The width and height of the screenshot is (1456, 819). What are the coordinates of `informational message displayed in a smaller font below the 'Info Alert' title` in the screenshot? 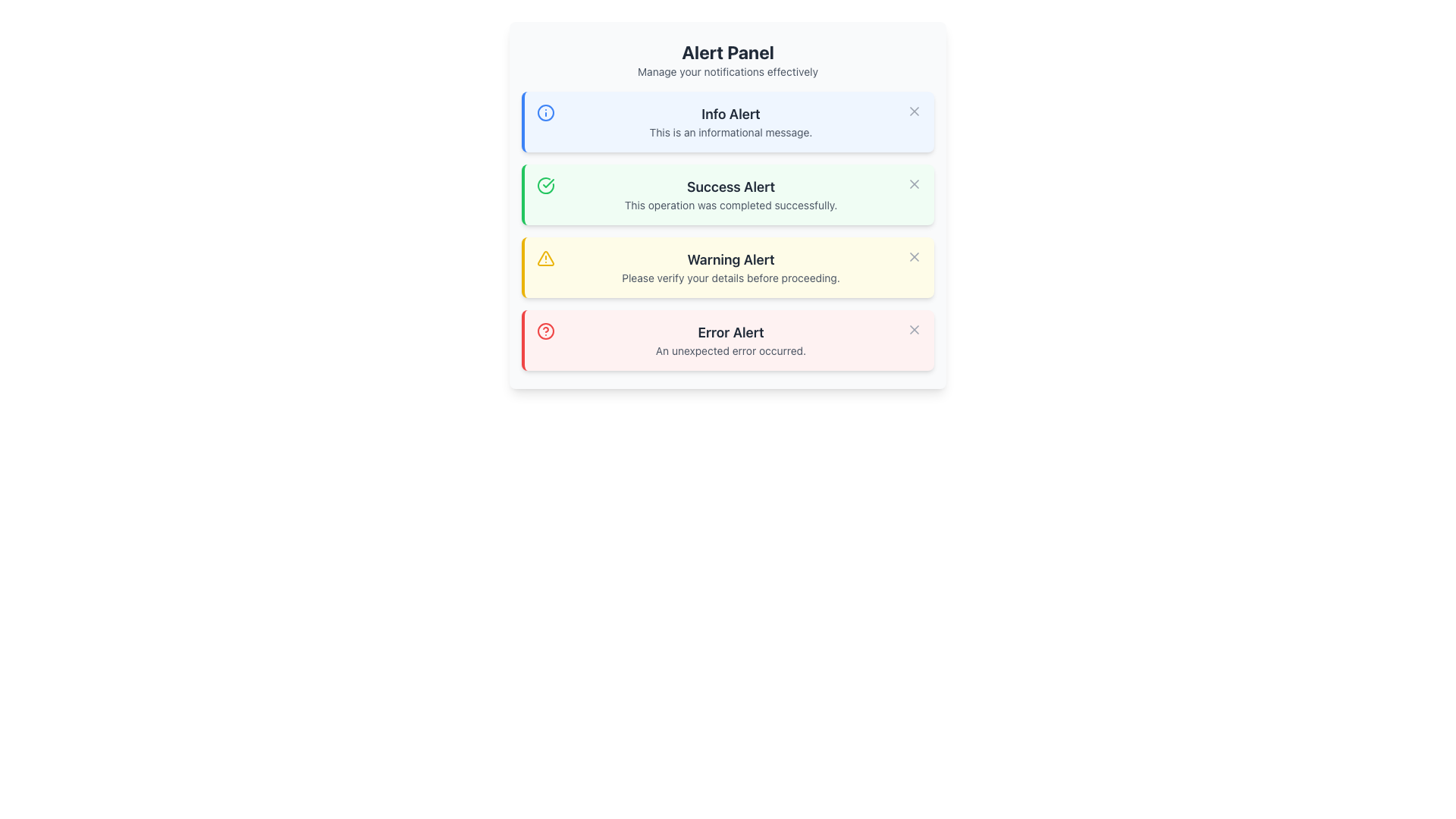 It's located at (731, 131).